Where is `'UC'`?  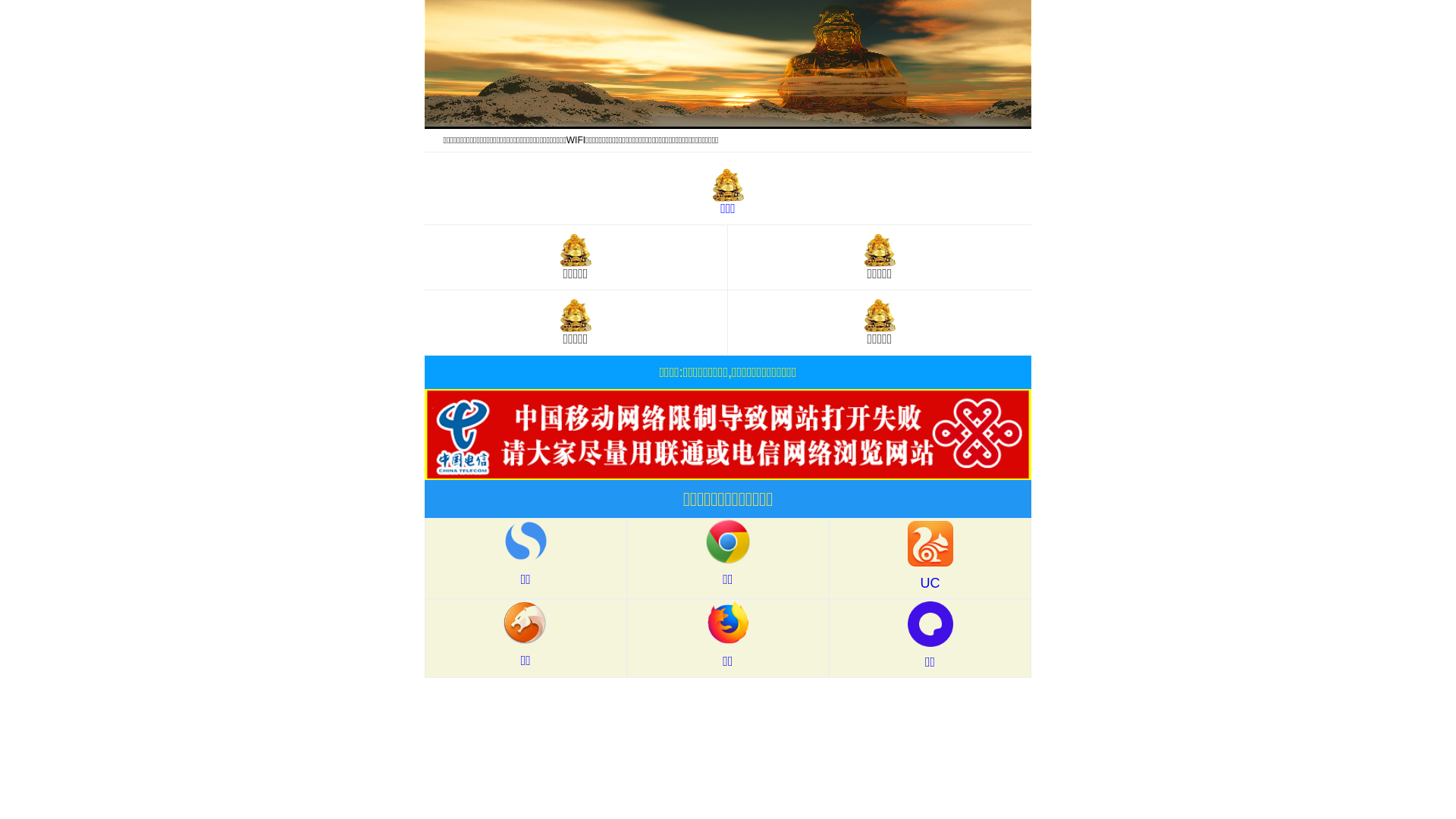
'UC' is located at coordinates (929, 558).